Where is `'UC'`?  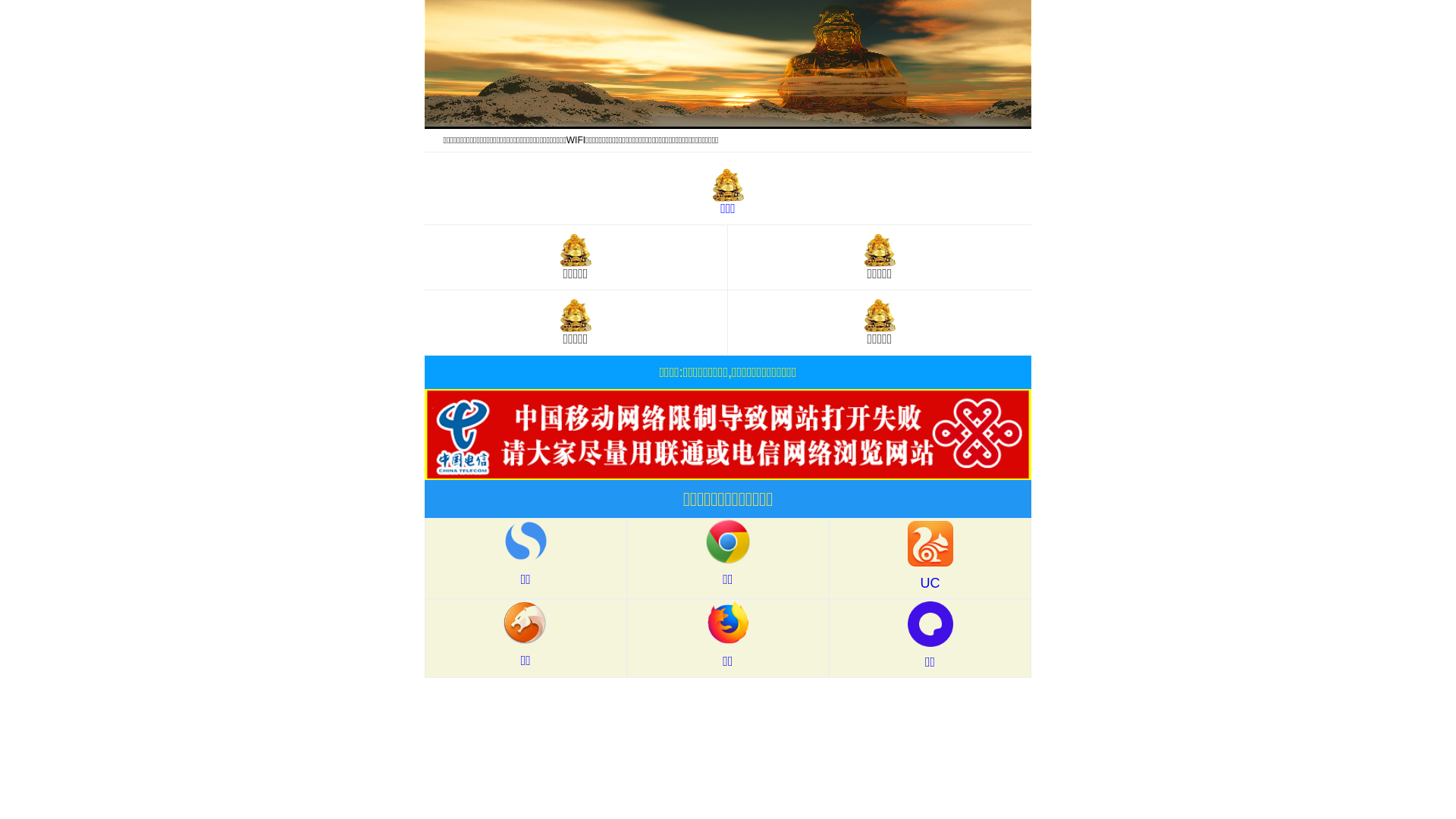
'UC' is located at coordinates (929, 558).